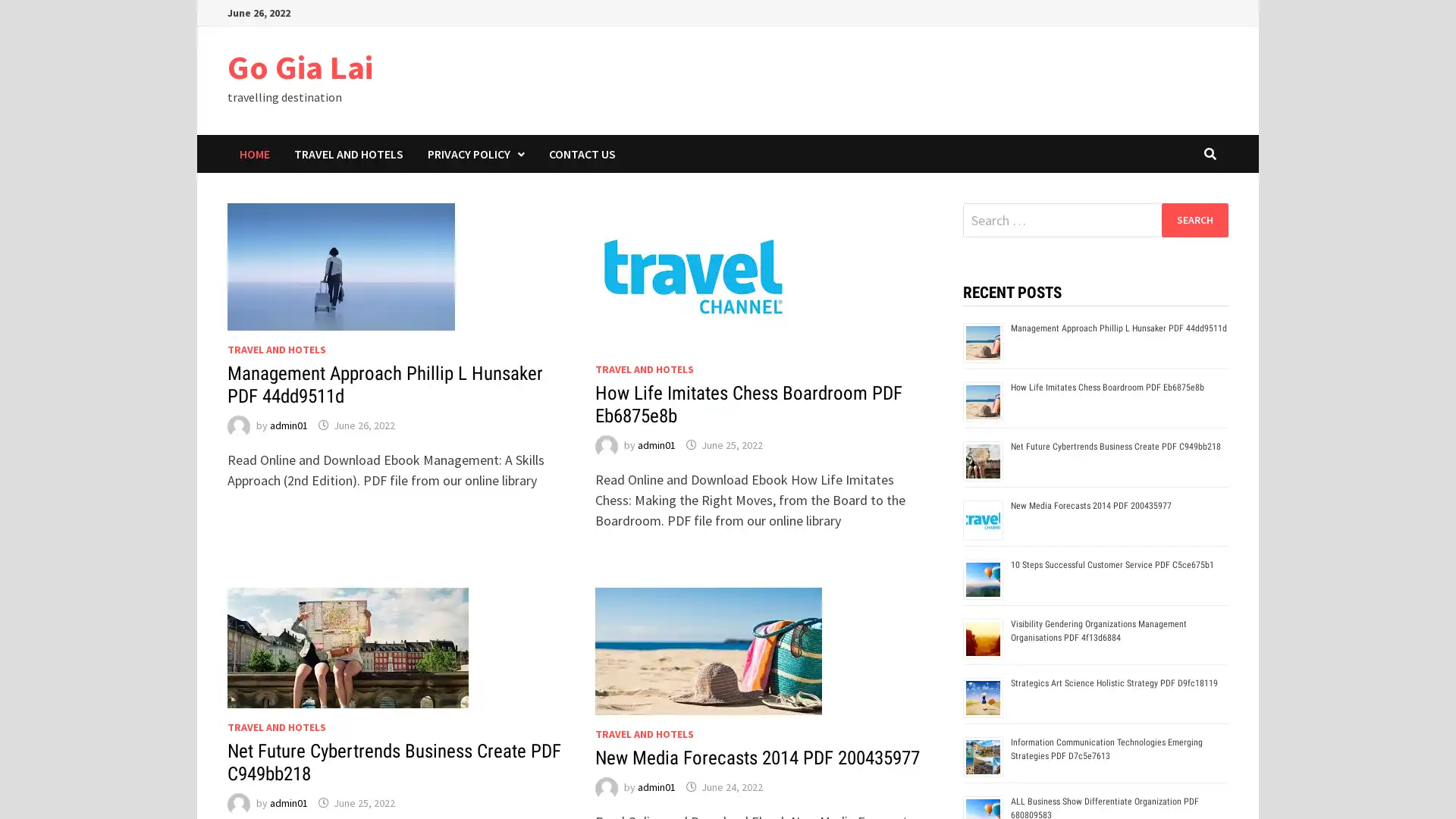  What do you see at coordinates (1194, 219) in the screenshot?
I see `Search` at bounding box center [1194, 219].